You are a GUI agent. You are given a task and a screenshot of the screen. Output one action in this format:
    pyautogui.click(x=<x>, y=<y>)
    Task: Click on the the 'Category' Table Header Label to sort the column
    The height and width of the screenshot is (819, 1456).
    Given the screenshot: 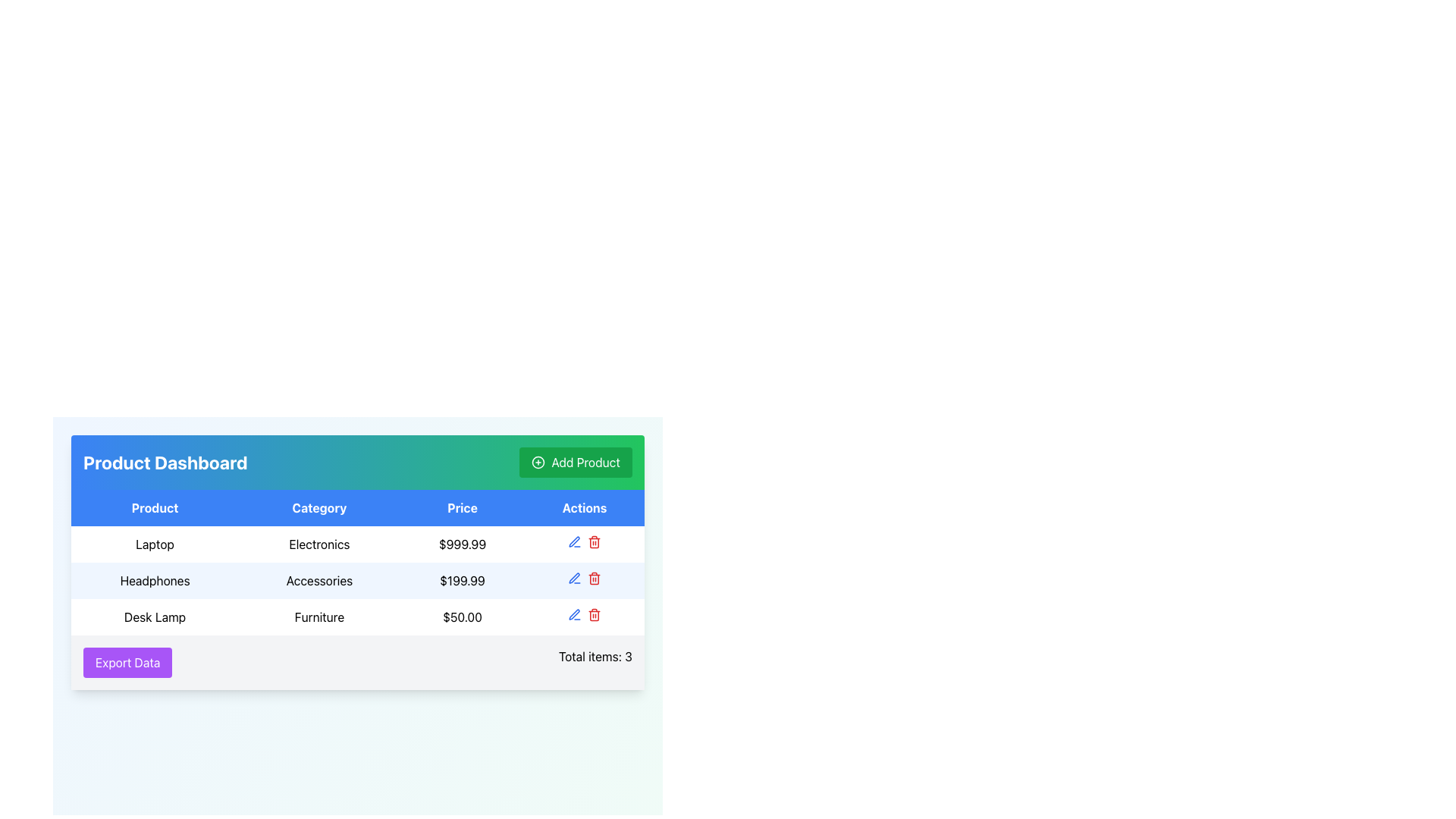 What is the action you would take?
    pyautogui.click(x=318, y=508)
    